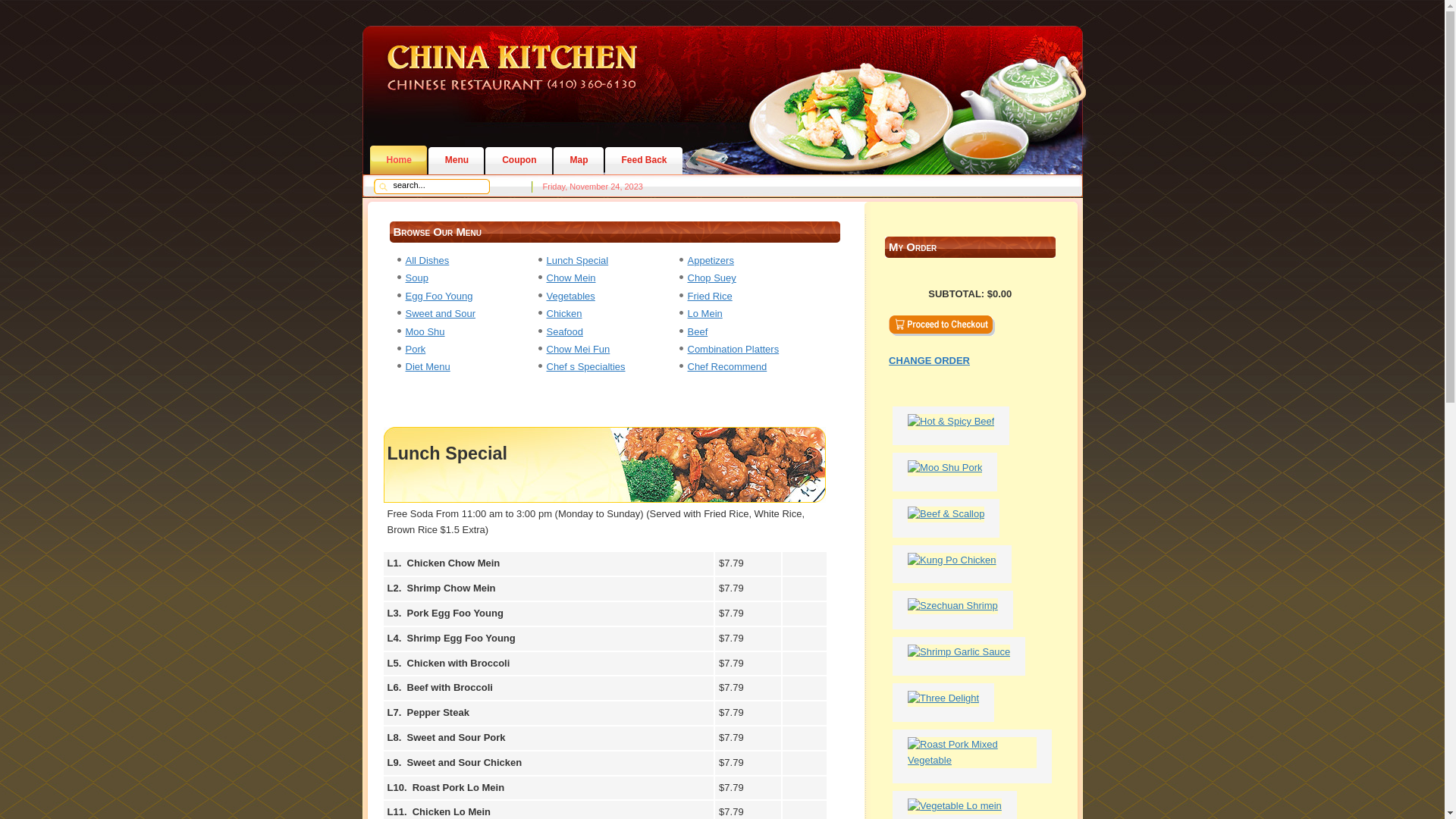 The image size is (1456, 819). I want to click on 'Diet Menu', so click(426, 366).